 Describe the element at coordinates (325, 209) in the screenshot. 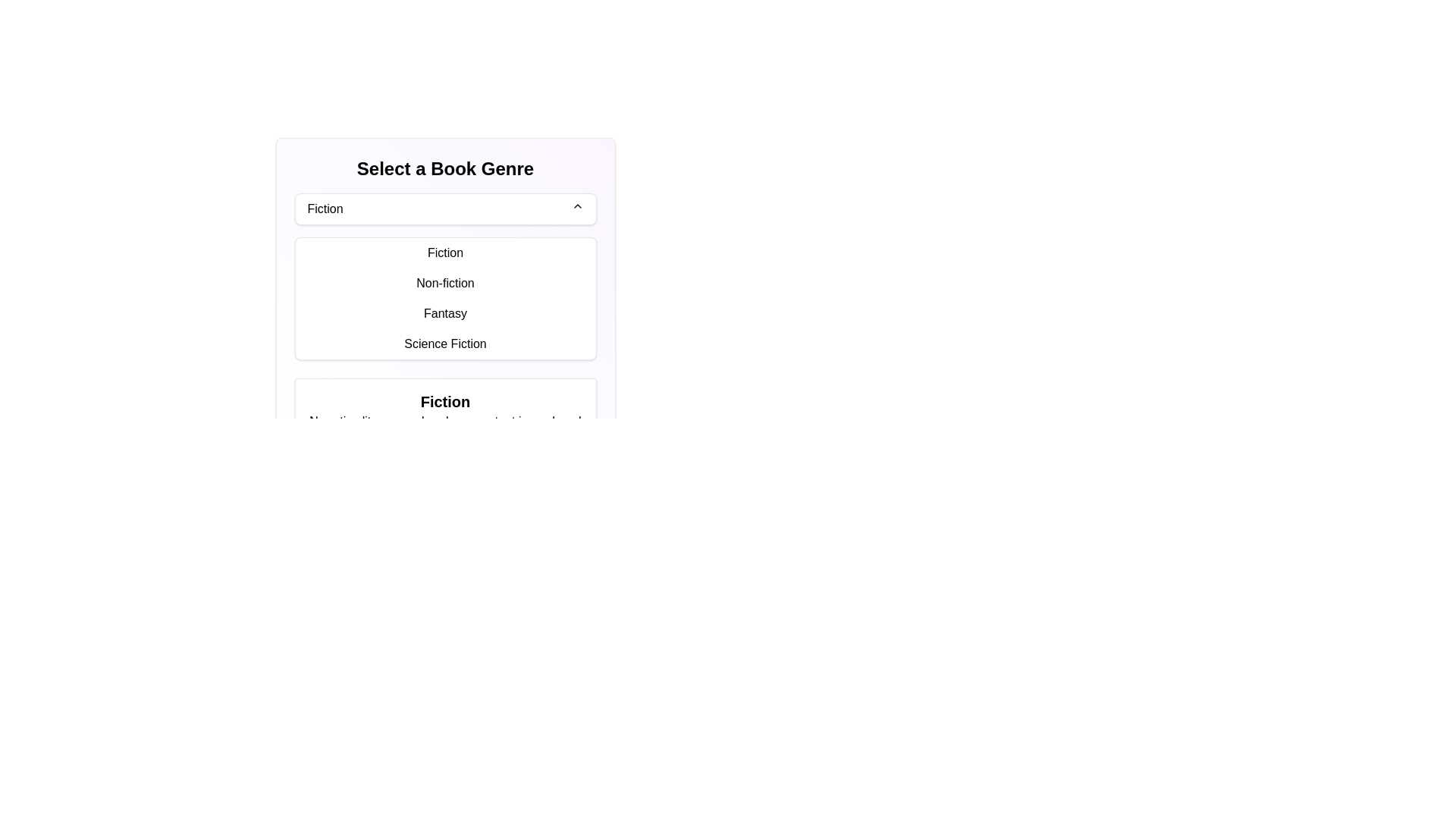

I see `the text 'Fiction' in the dropdown menu titled 'Select a Book Genre'` at that location.